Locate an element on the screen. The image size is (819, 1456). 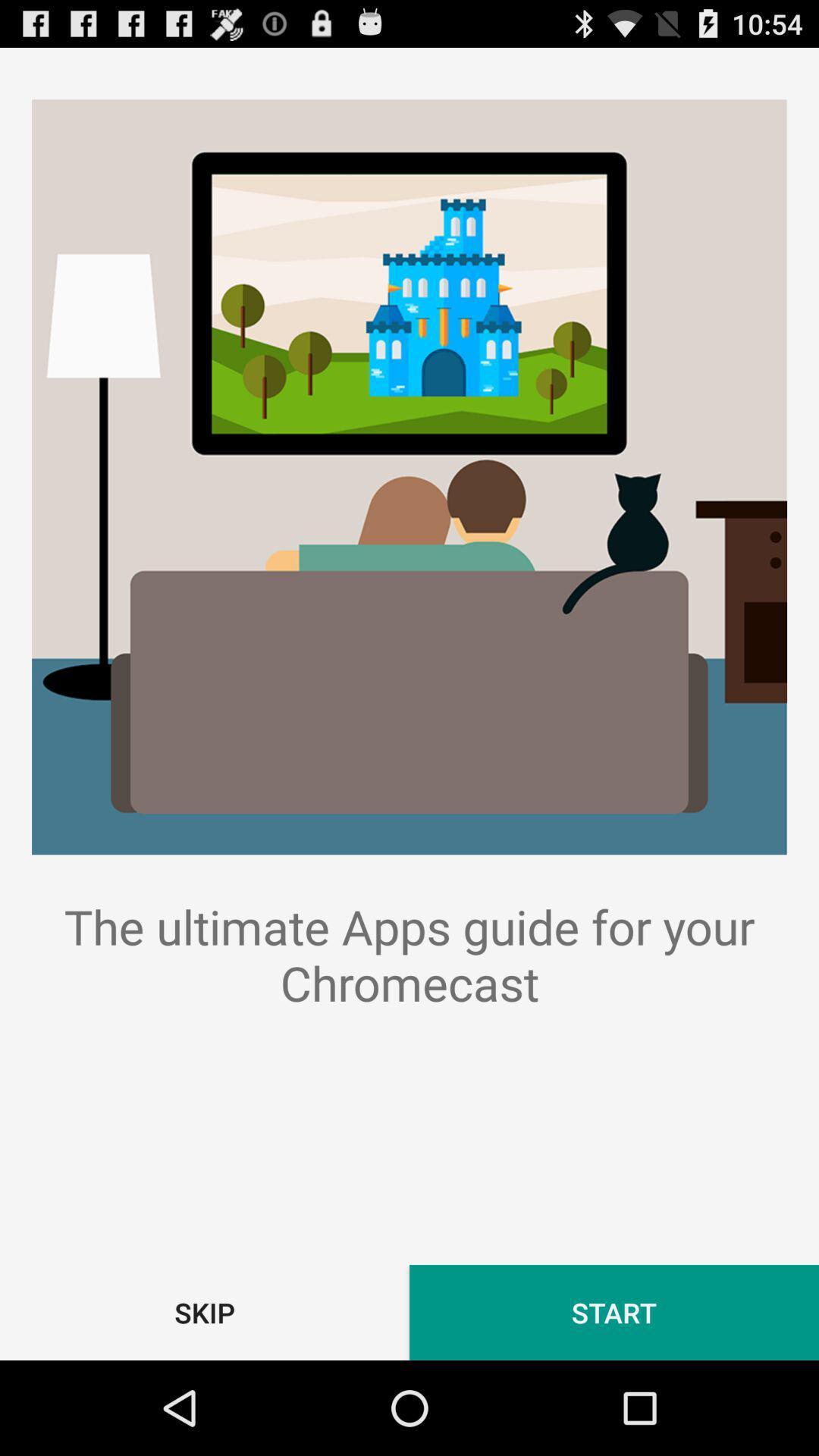
item at the bottom left corner is located at coordinates (205, 1312).